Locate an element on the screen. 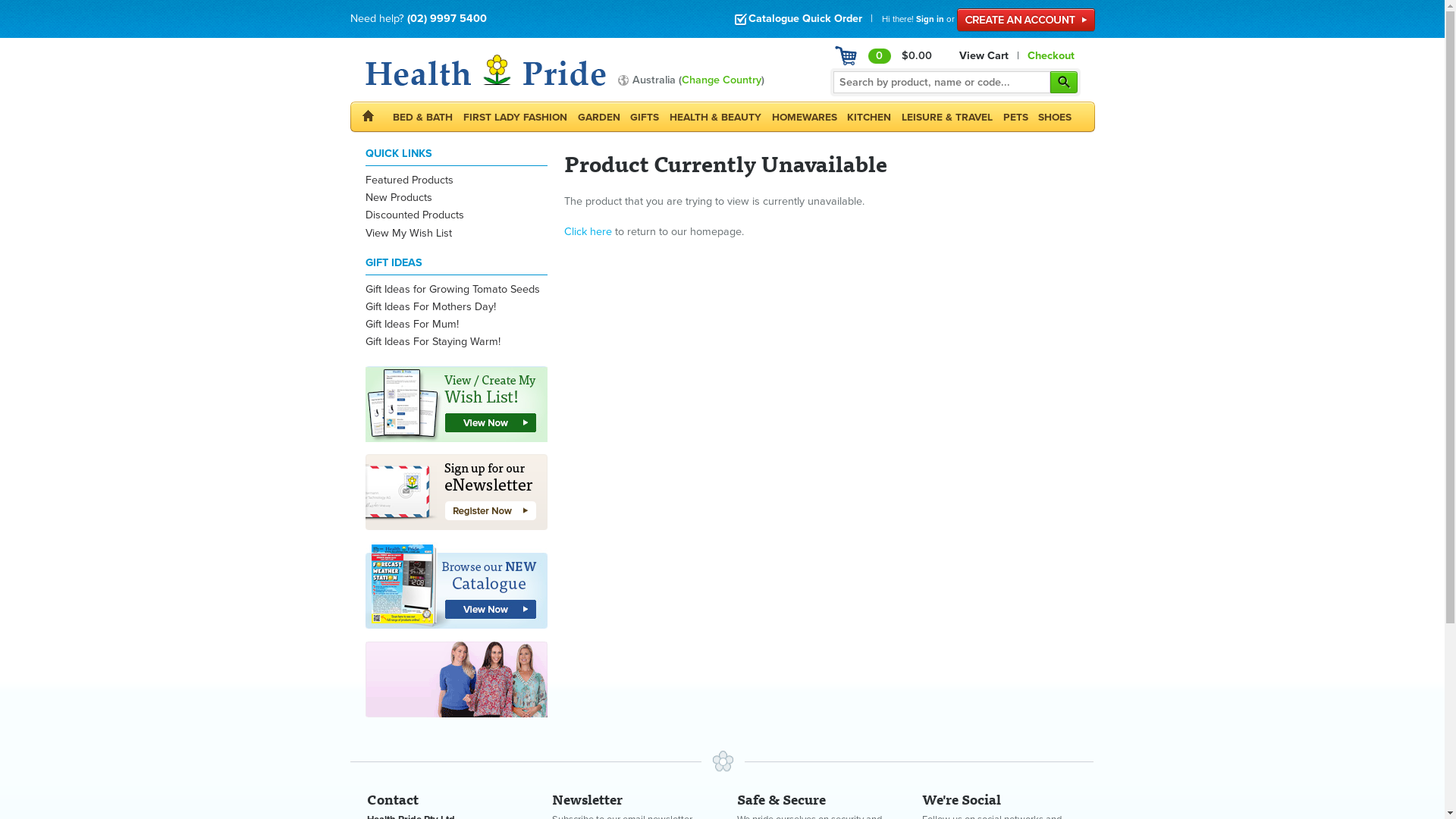  'PETS' is located at coordinates (997, 116).